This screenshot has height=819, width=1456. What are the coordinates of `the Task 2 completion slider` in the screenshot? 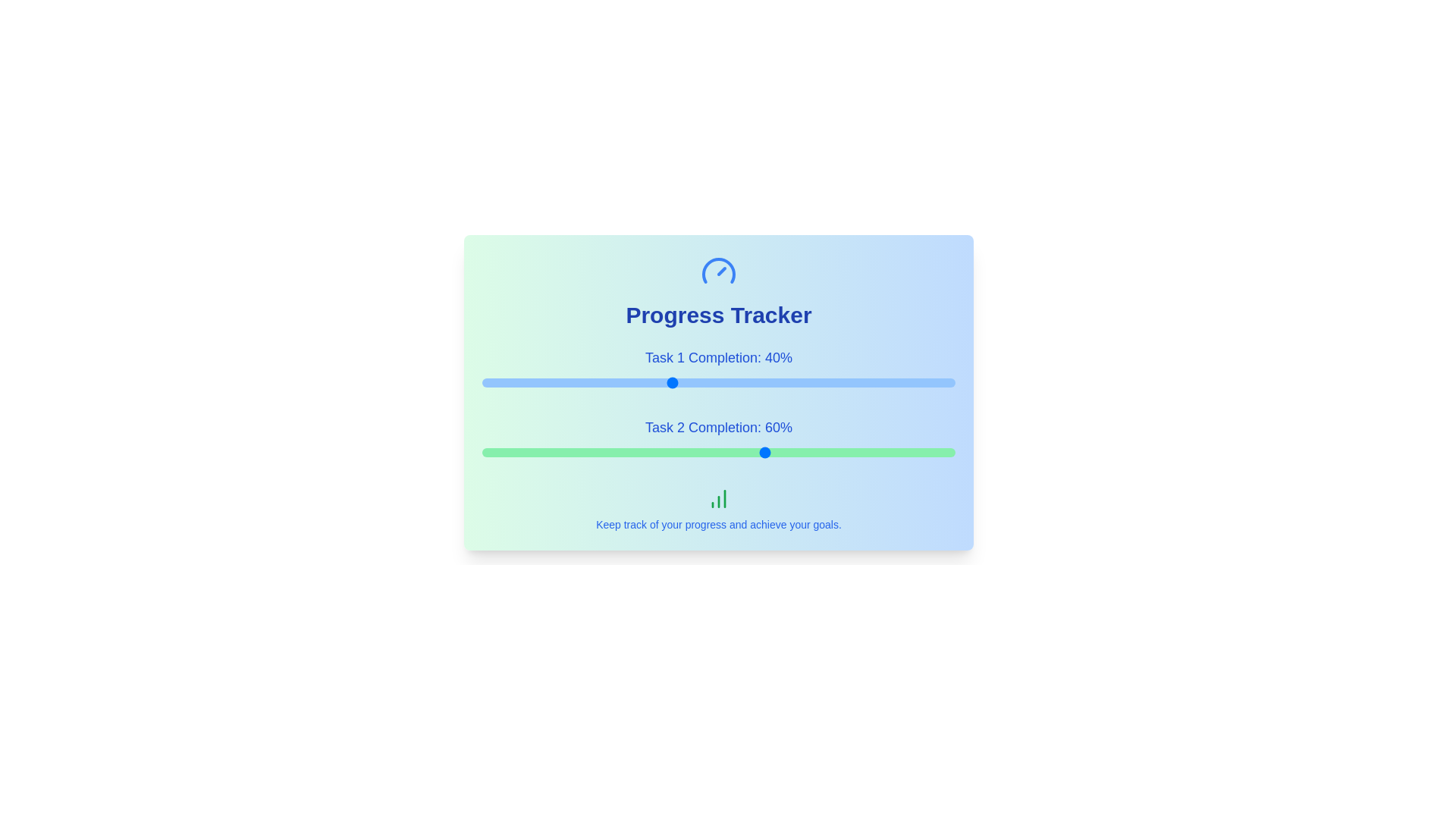 It's located at (704, 452).